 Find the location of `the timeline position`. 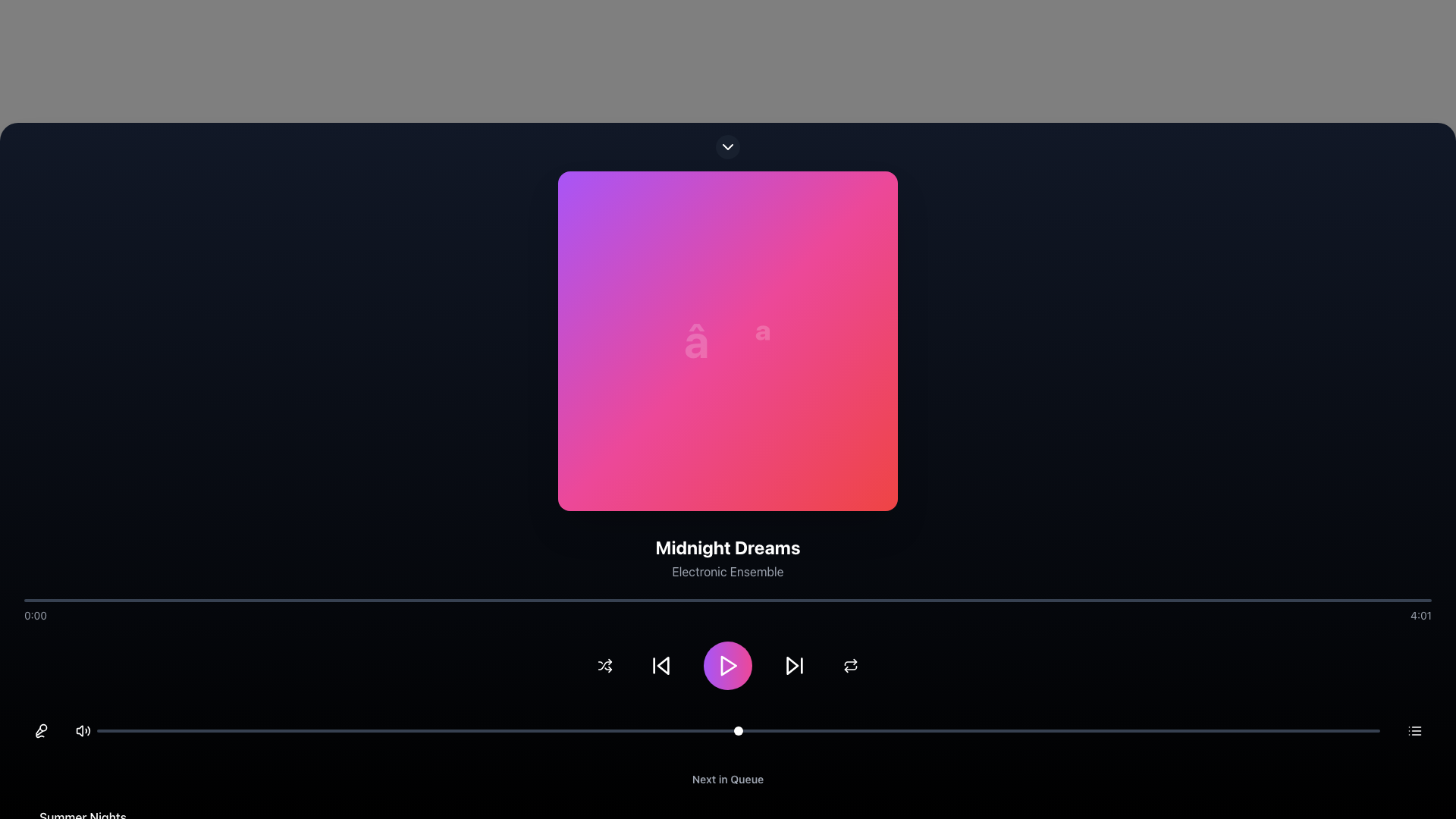

the timeline position is located at coordinates (1276, 730).